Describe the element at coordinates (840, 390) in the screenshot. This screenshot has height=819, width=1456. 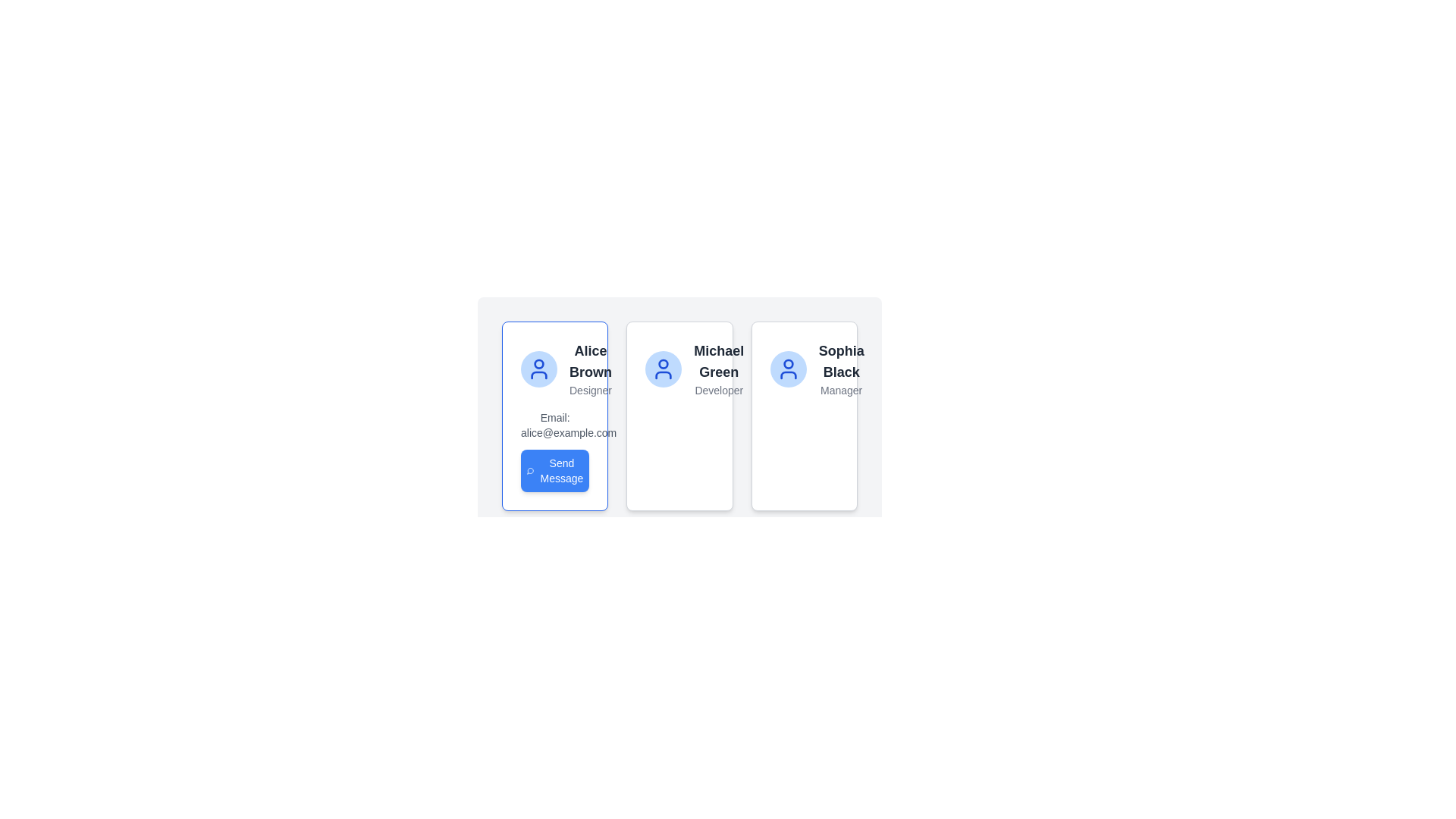
I see `the text label indicating the occupation 'Manager' for 'Sophia Black' located beneath the name within the user card` at that location.